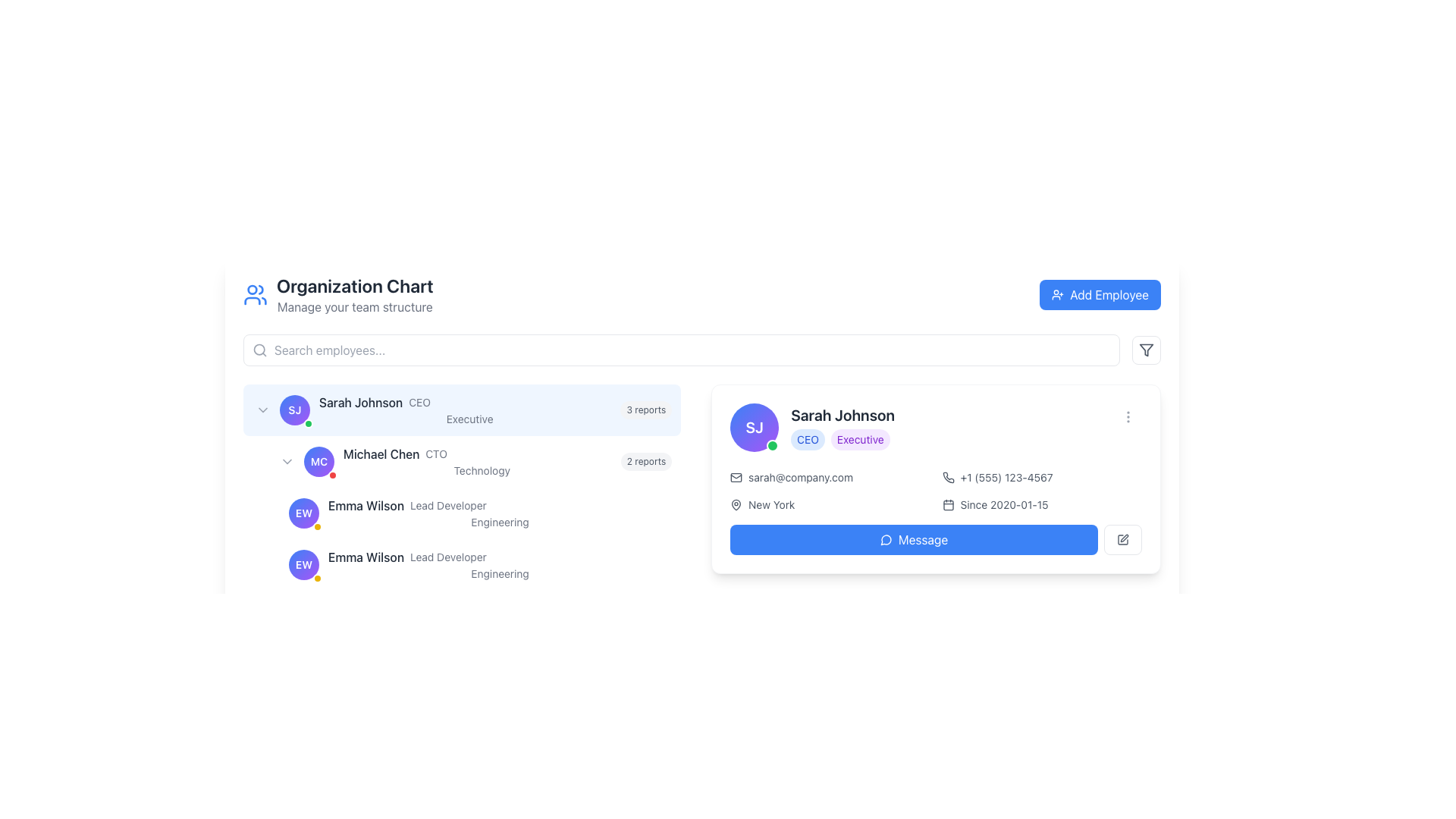  I want to click on the text label displaying 'Sarah Johnson' to trigger the tooltip, so click(360, 402).